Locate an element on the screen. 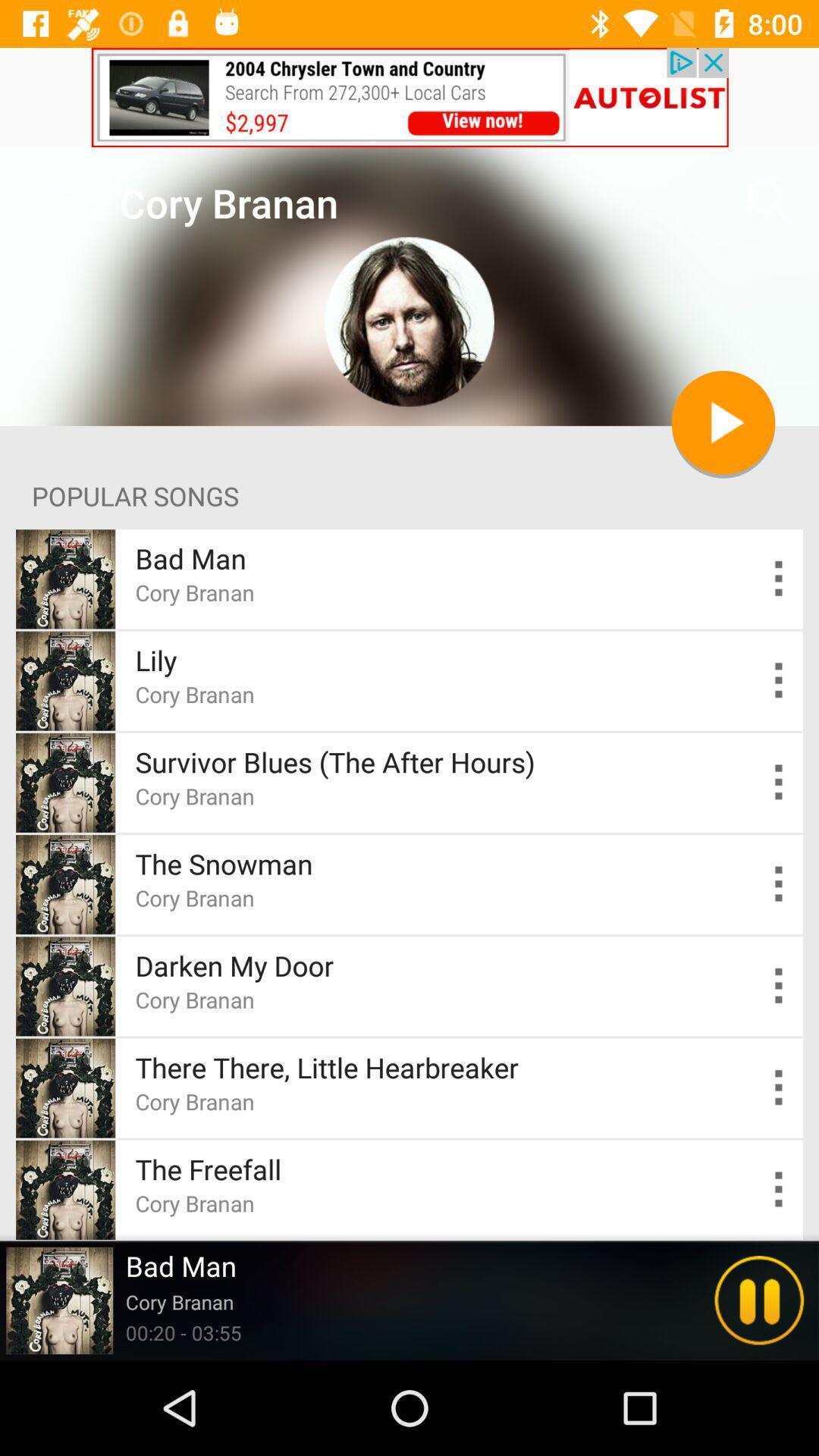  the more icon is located at coordinates (779, 783).